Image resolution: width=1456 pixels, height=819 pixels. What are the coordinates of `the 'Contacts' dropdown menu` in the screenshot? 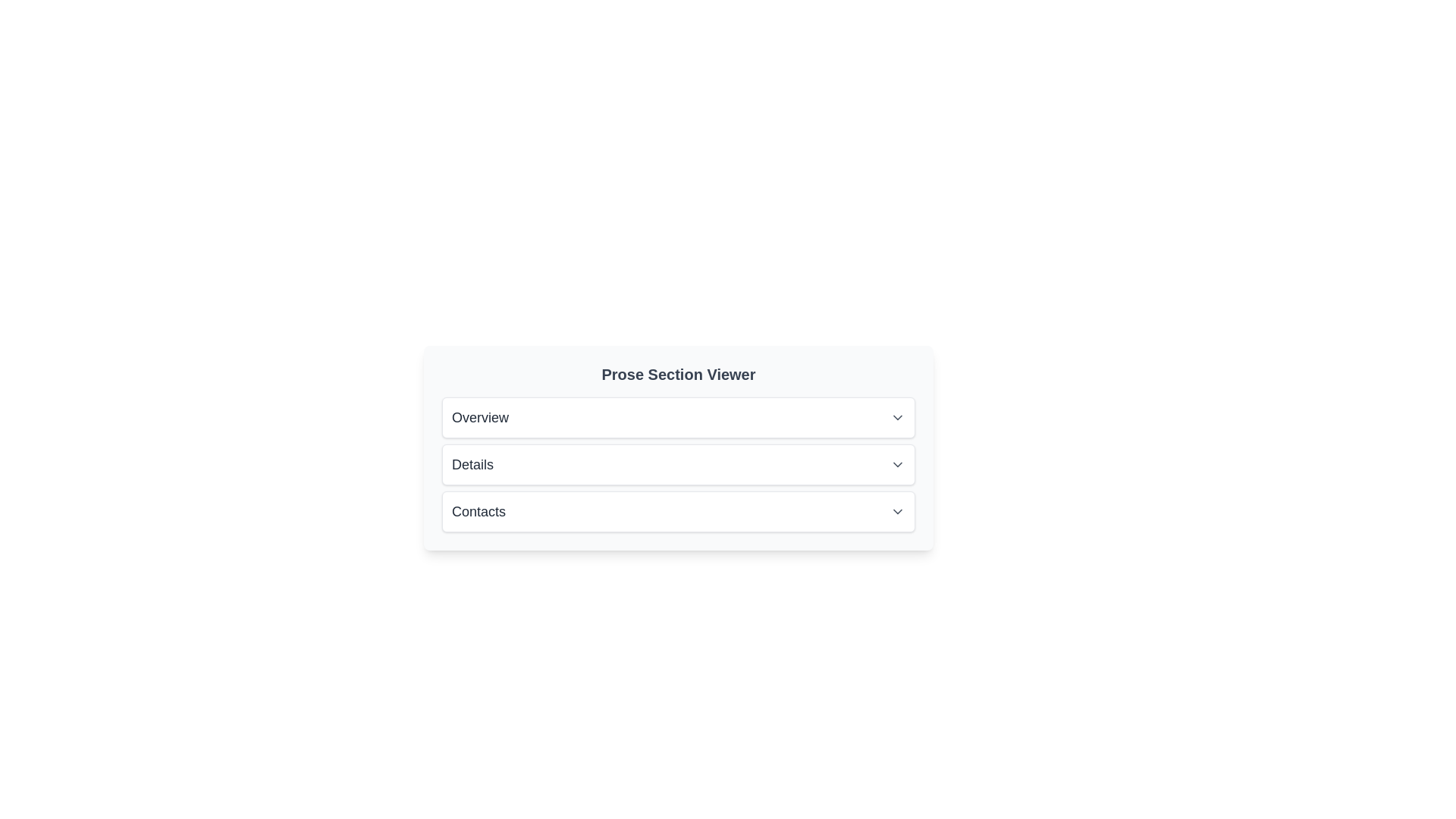 It's located at (677, 512).